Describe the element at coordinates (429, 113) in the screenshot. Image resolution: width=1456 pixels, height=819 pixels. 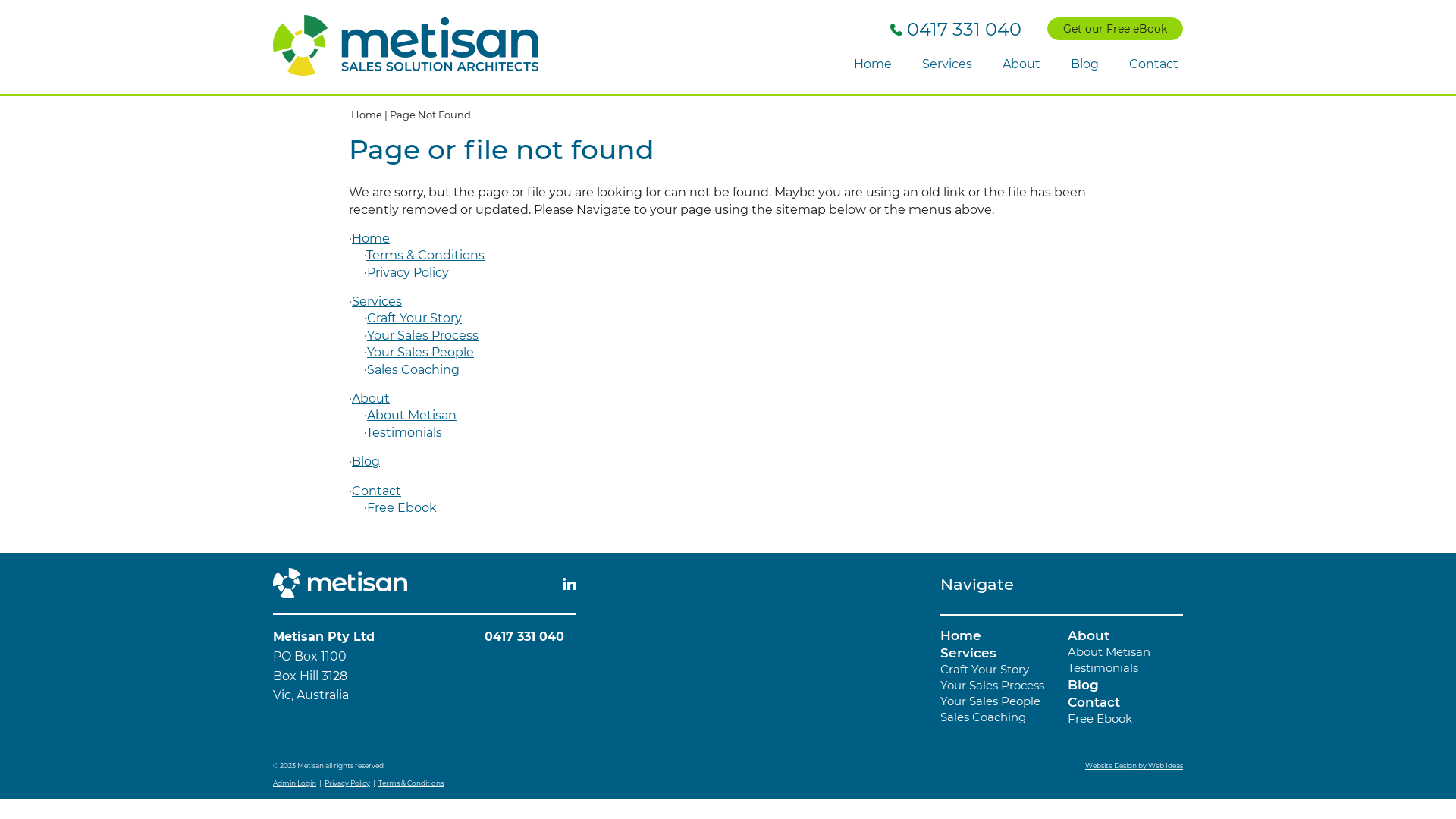
I see `'Page Not Found'` at that location.